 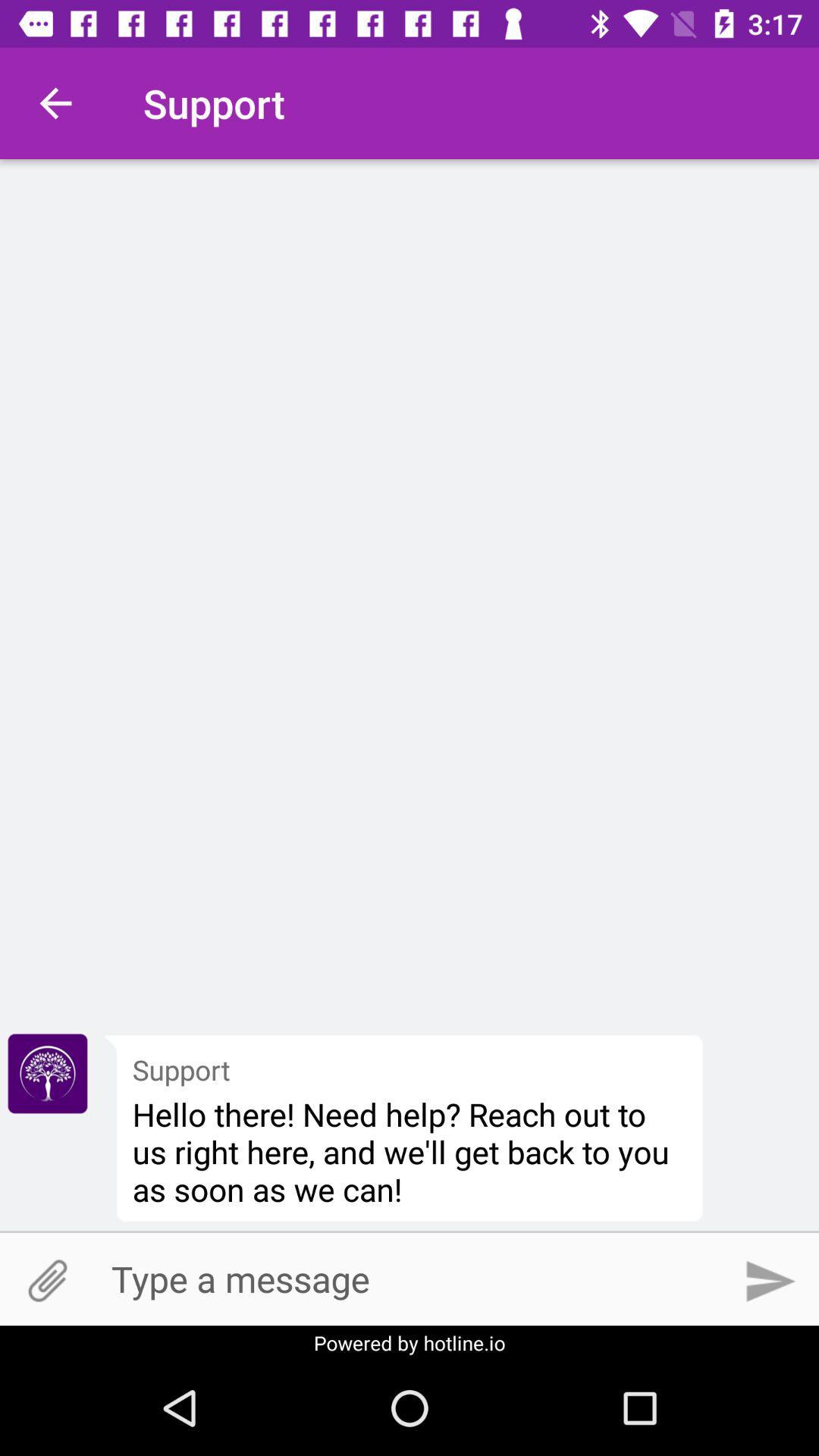 What do you see at coordinates (46, 1073) in the screenshot?
I see `icon to the left of the support item` at bounding box center [46, 1073].